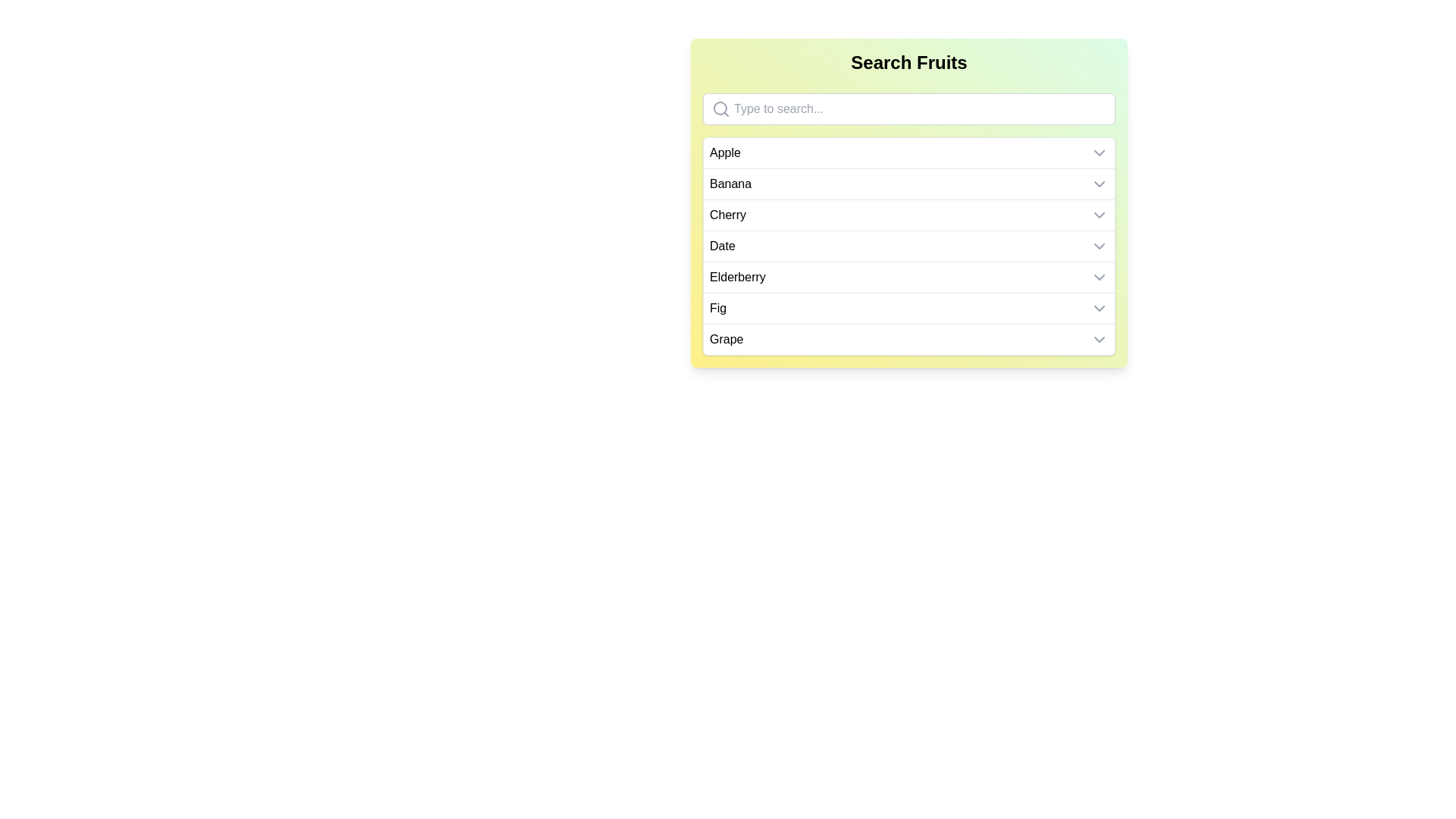 This screenshot has height=819, width=1456. What do you see at coordinates (1099, 215) in the screenshot?
I see `the downward-pointing gray chevron icon located at the far-right side of the row labeled 'Cherry'` at bounding box center [1099, 215].